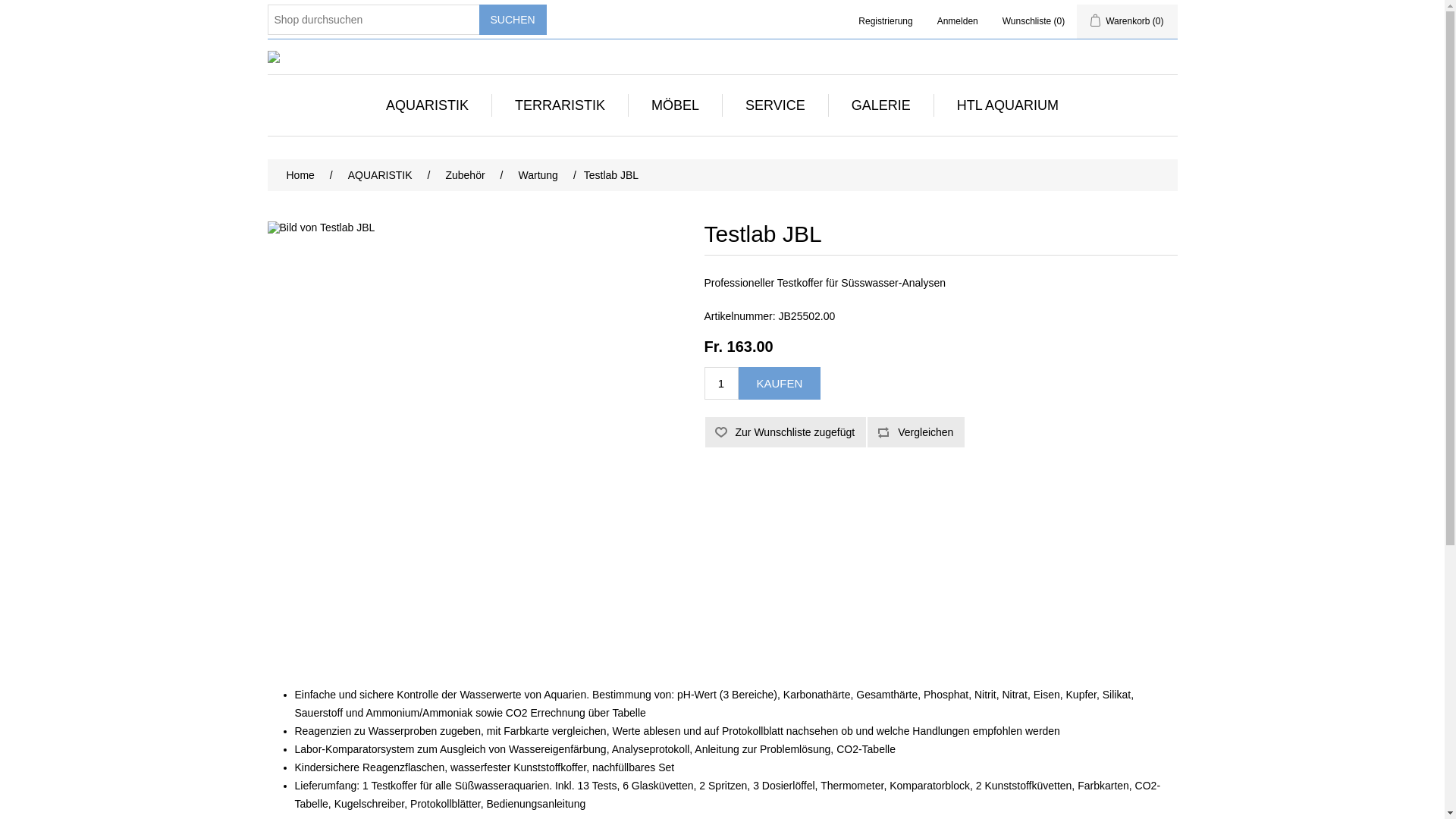 The height and width of the screenshot is (819, 1456). I want to click on 'TERRARISTIK', so click(559, 104).